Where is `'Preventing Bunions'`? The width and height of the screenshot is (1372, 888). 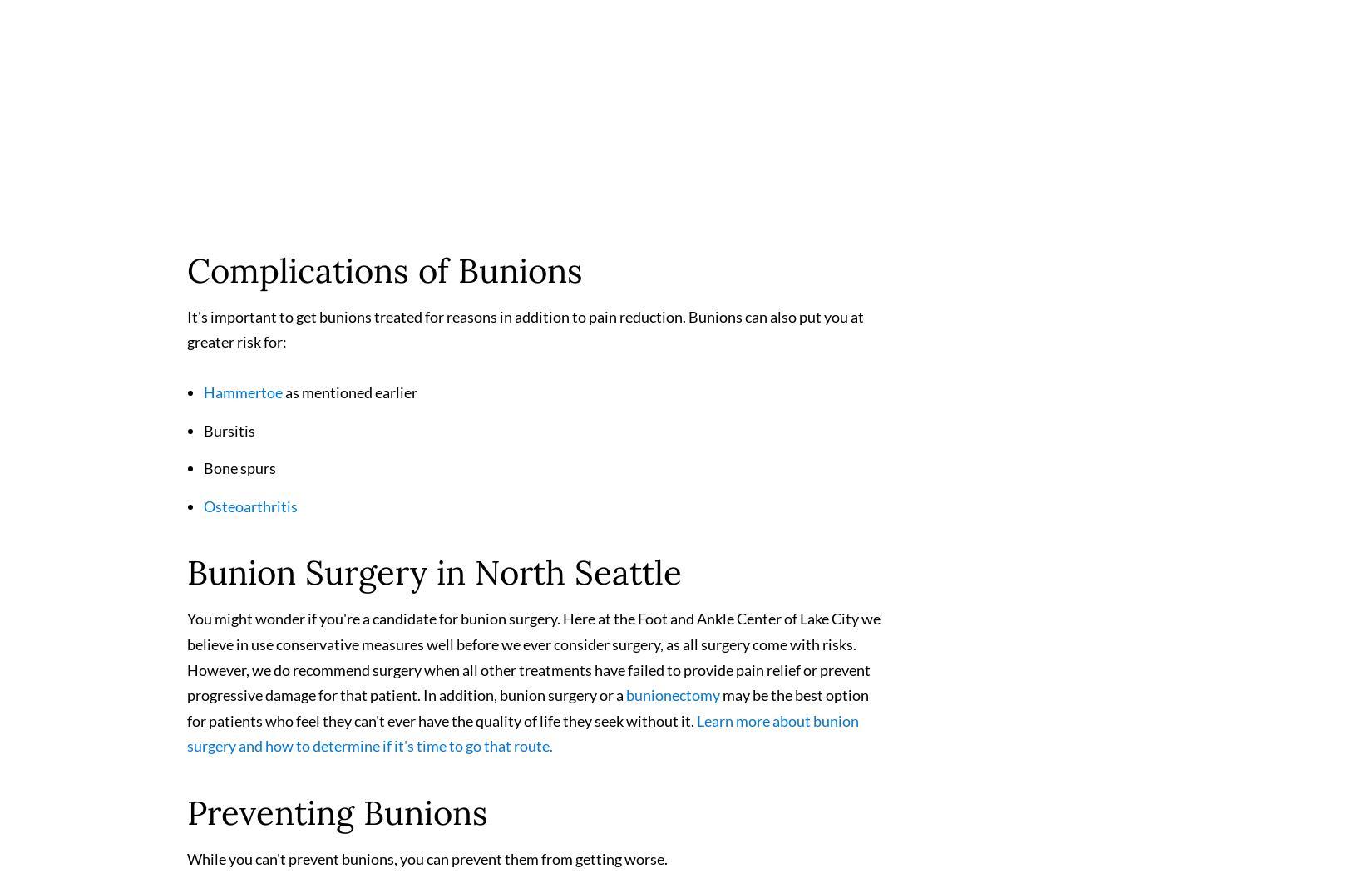
'Preventing Bunions' is located at coordinates (187, 819).